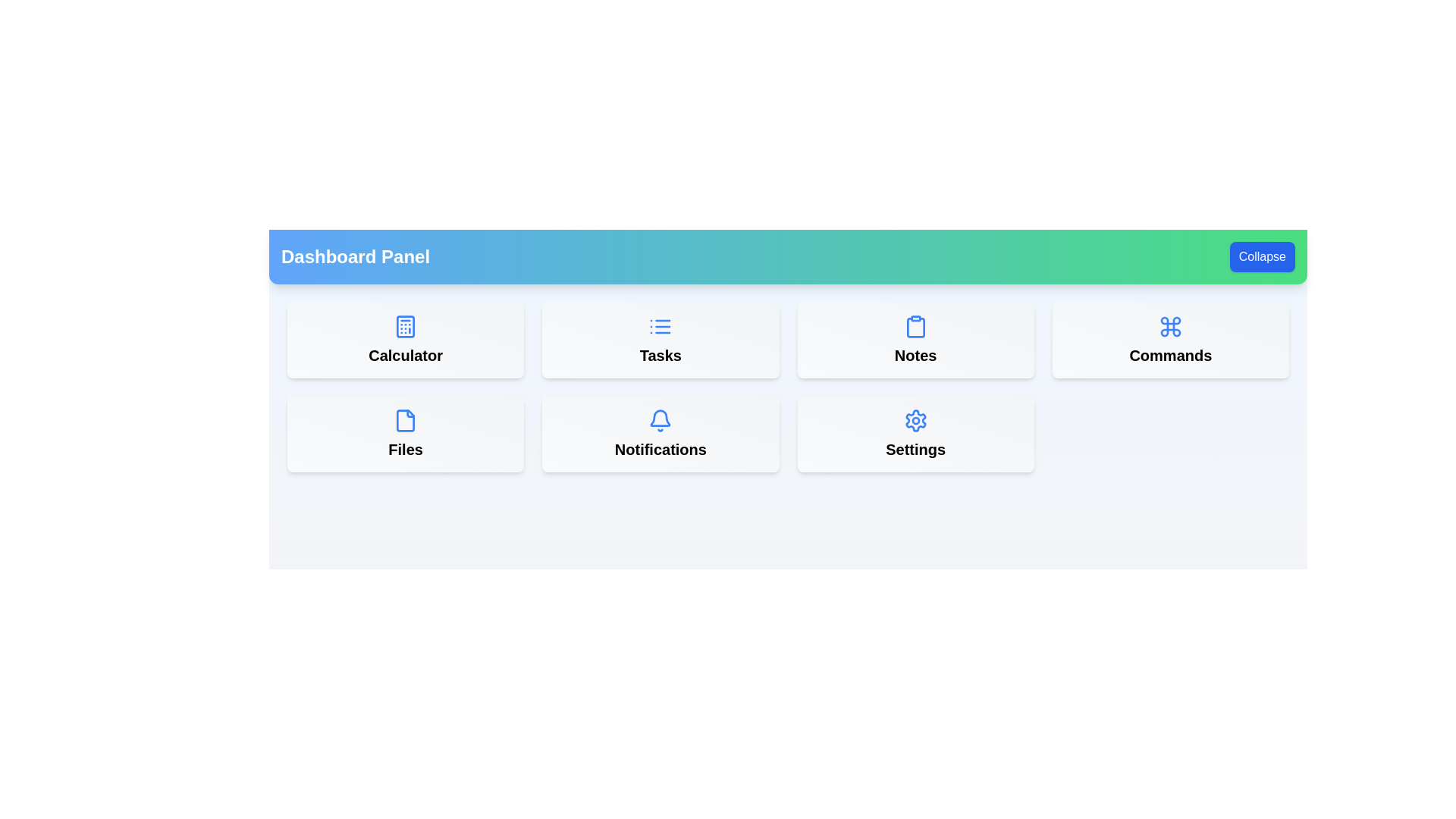 Image resolution: width=1456 pixels, height=819 pixels. Describe the element at coordinates (914, 339) in the screenshot. I see `the menu item labeled Notes` at that location.